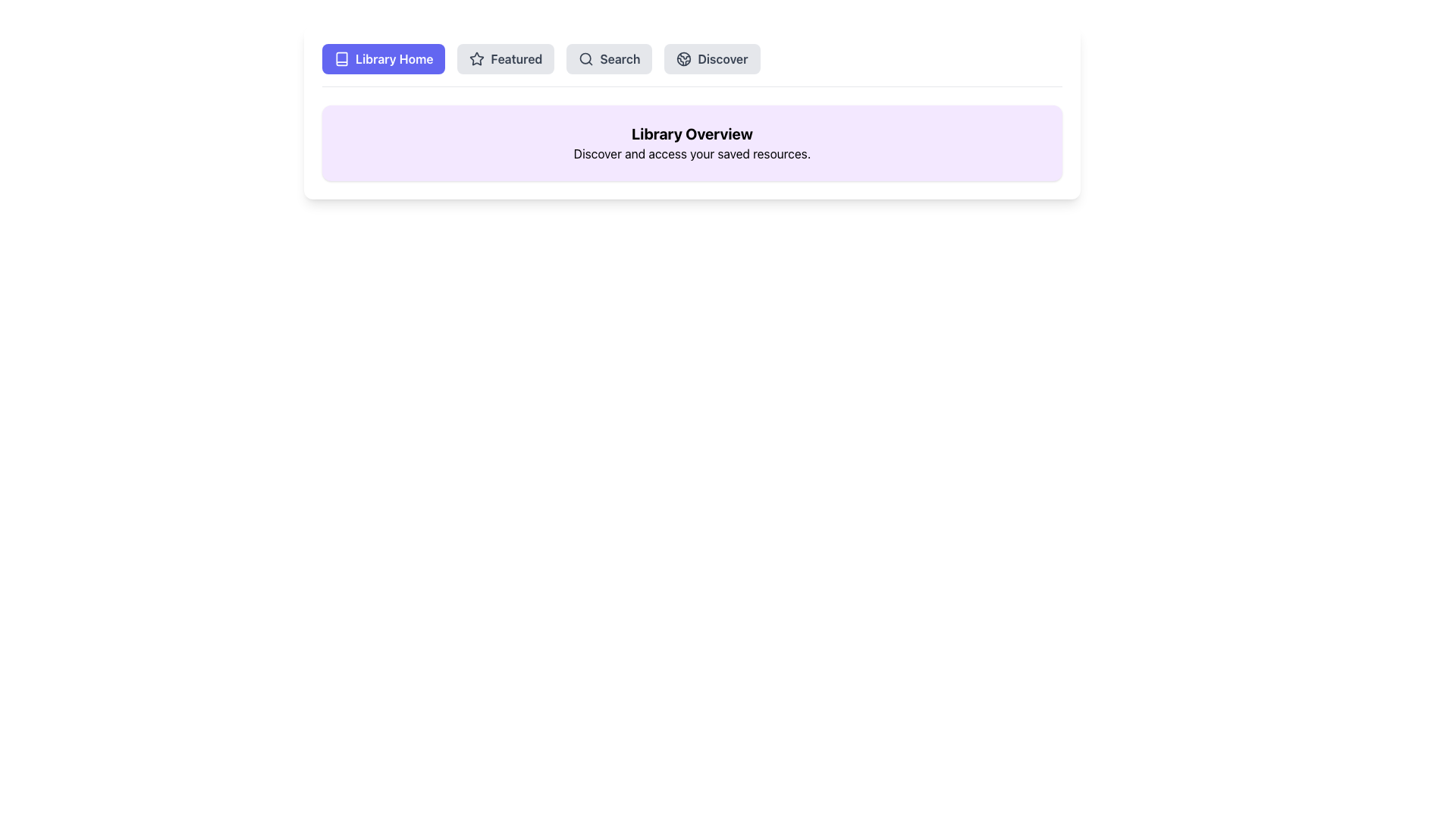  Describe the element at coordinates (341, 58) in the screenshot. I see `the SVG graphical element located in the header section, specifically to the left of the 'Library Home' label, which visually complements the button for navigation` at that location.